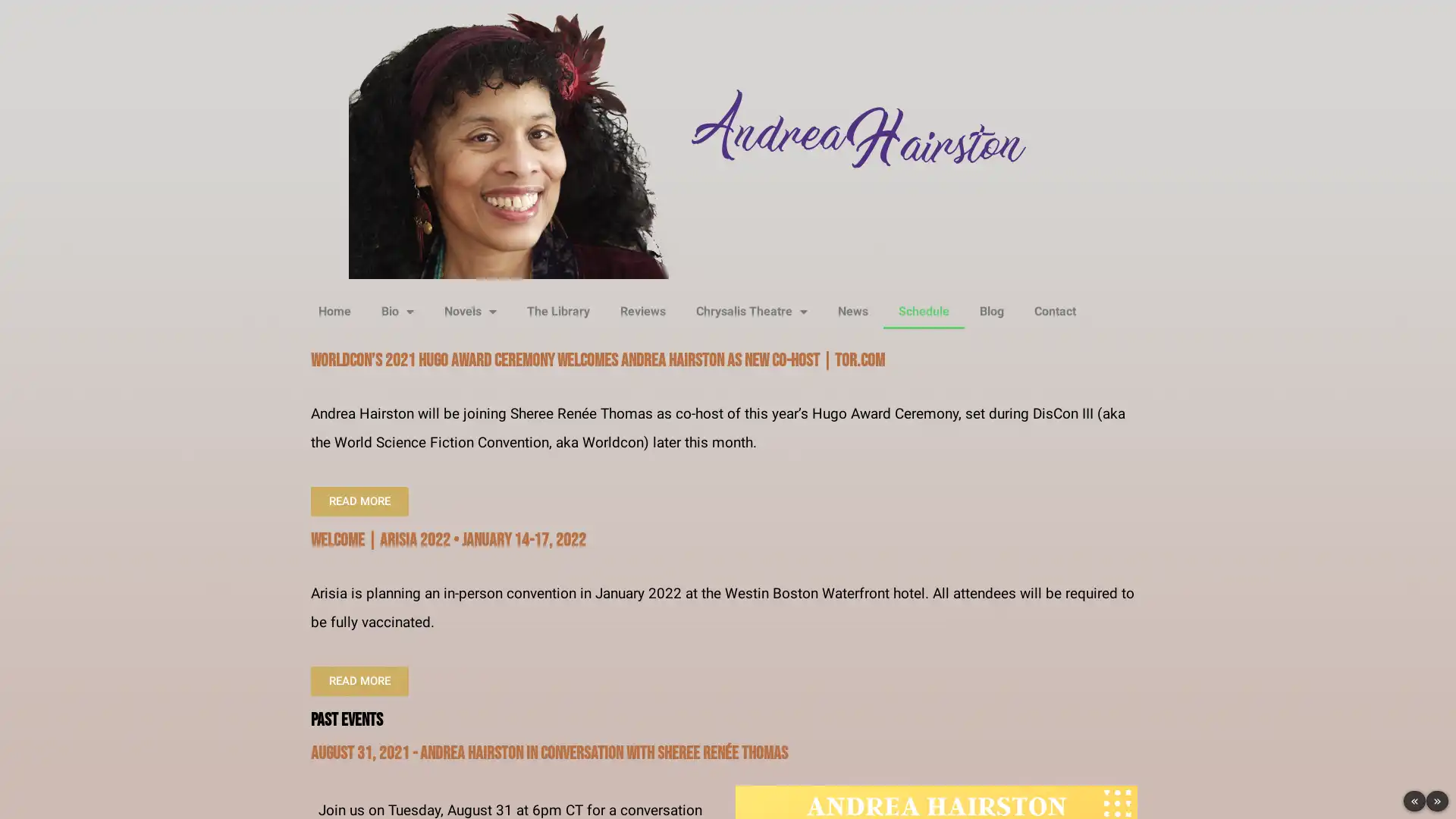 The image size is (1456, 819). I want to click on READ MORE, so click(359, 680).